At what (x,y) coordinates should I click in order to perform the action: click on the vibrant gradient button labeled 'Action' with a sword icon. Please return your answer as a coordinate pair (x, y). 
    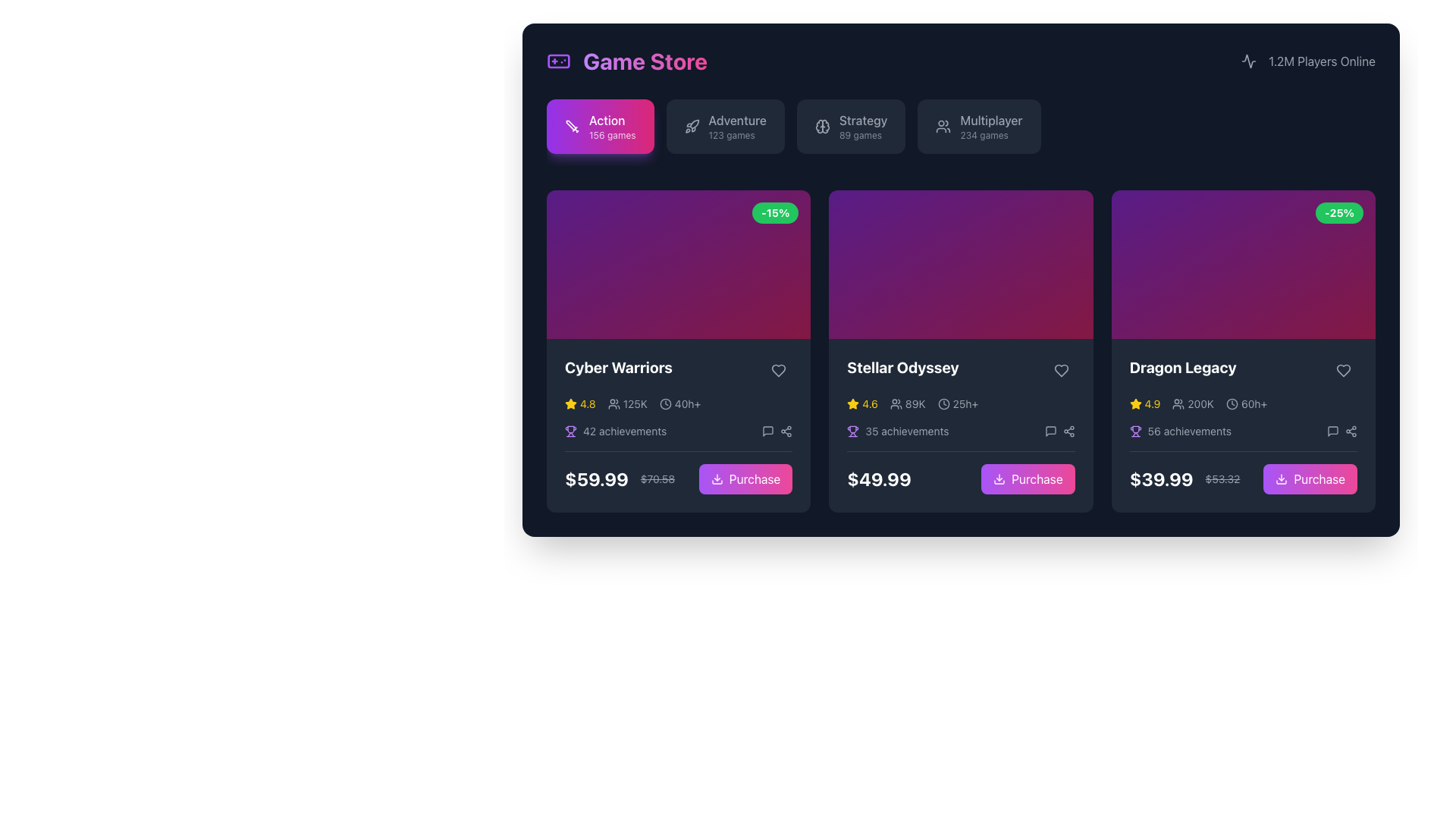
    Looking at the image, I should click on (599, 125).